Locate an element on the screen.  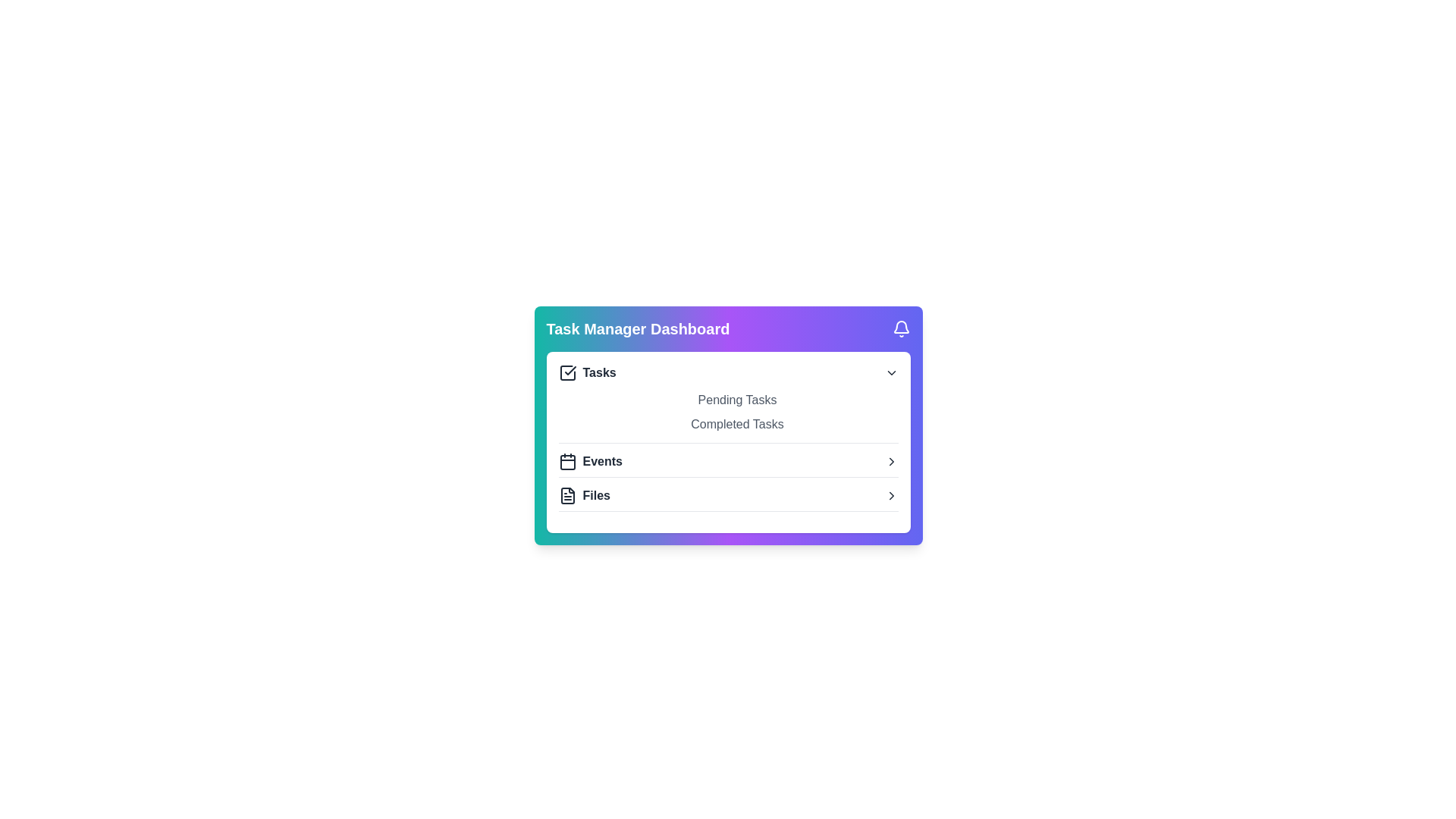
the 'Files' list item, which features a document icon and bold text, located below the 'Events' entry in the dashboard options is located at coordinates (583, 496).